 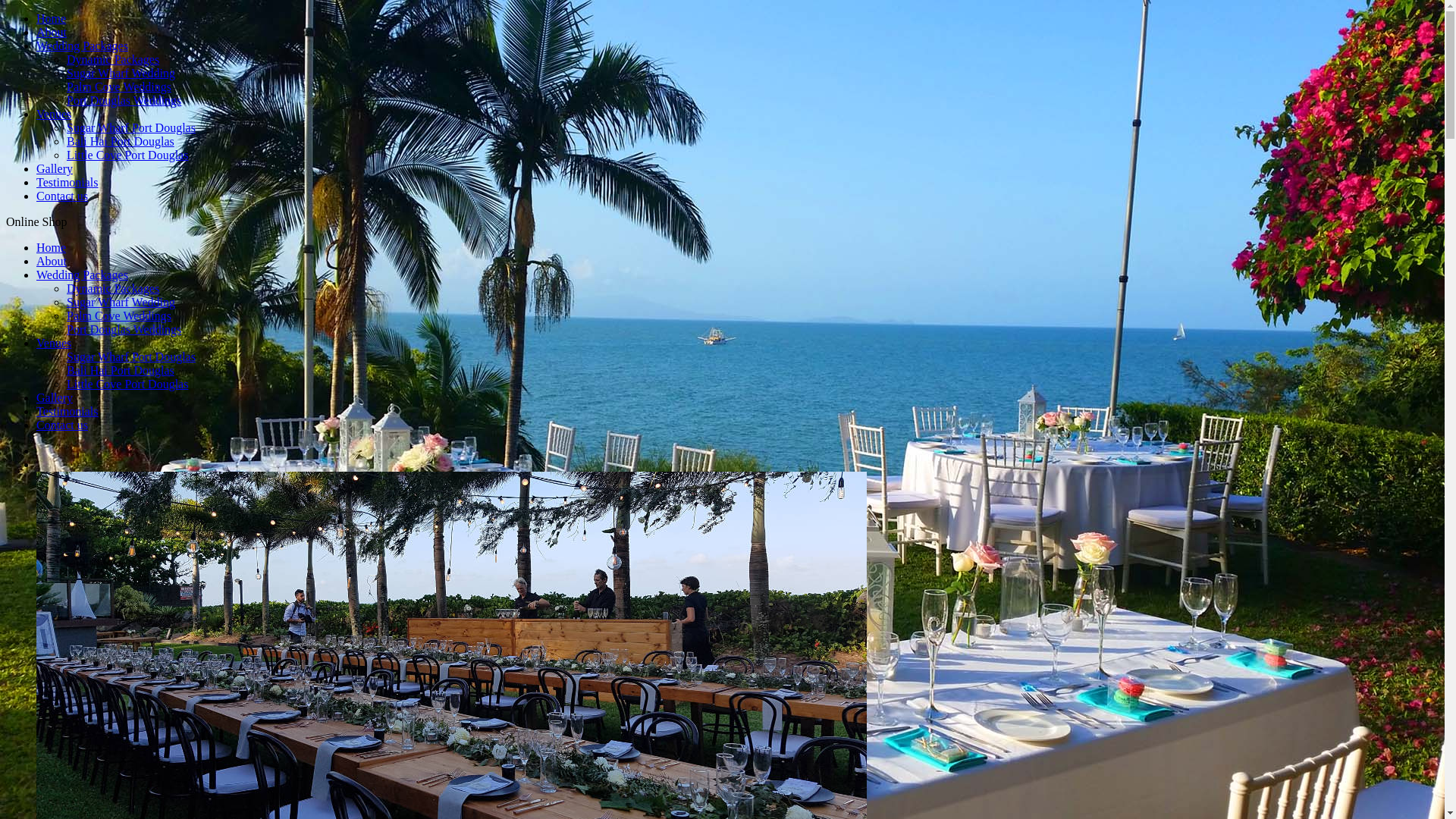 What do you see at coordinates (67, 411) in the screenshot?
I see `'Testimonials'` at bounding box center [67, 411].